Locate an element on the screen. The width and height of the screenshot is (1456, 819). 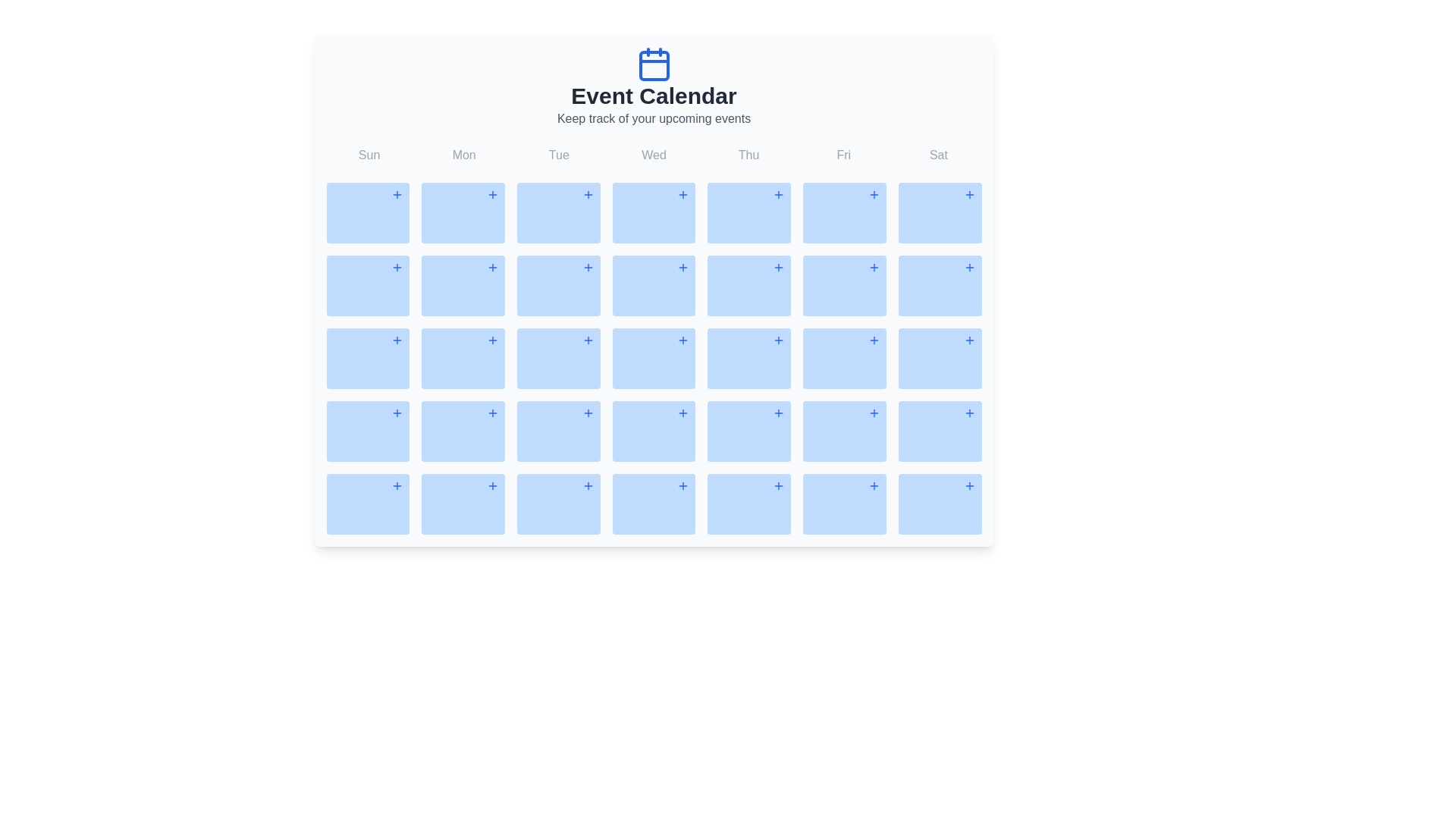
the decorative calendar icon located above the 'Event Calendar' text to interact with the calendar section is located at coordinates (654, 63).